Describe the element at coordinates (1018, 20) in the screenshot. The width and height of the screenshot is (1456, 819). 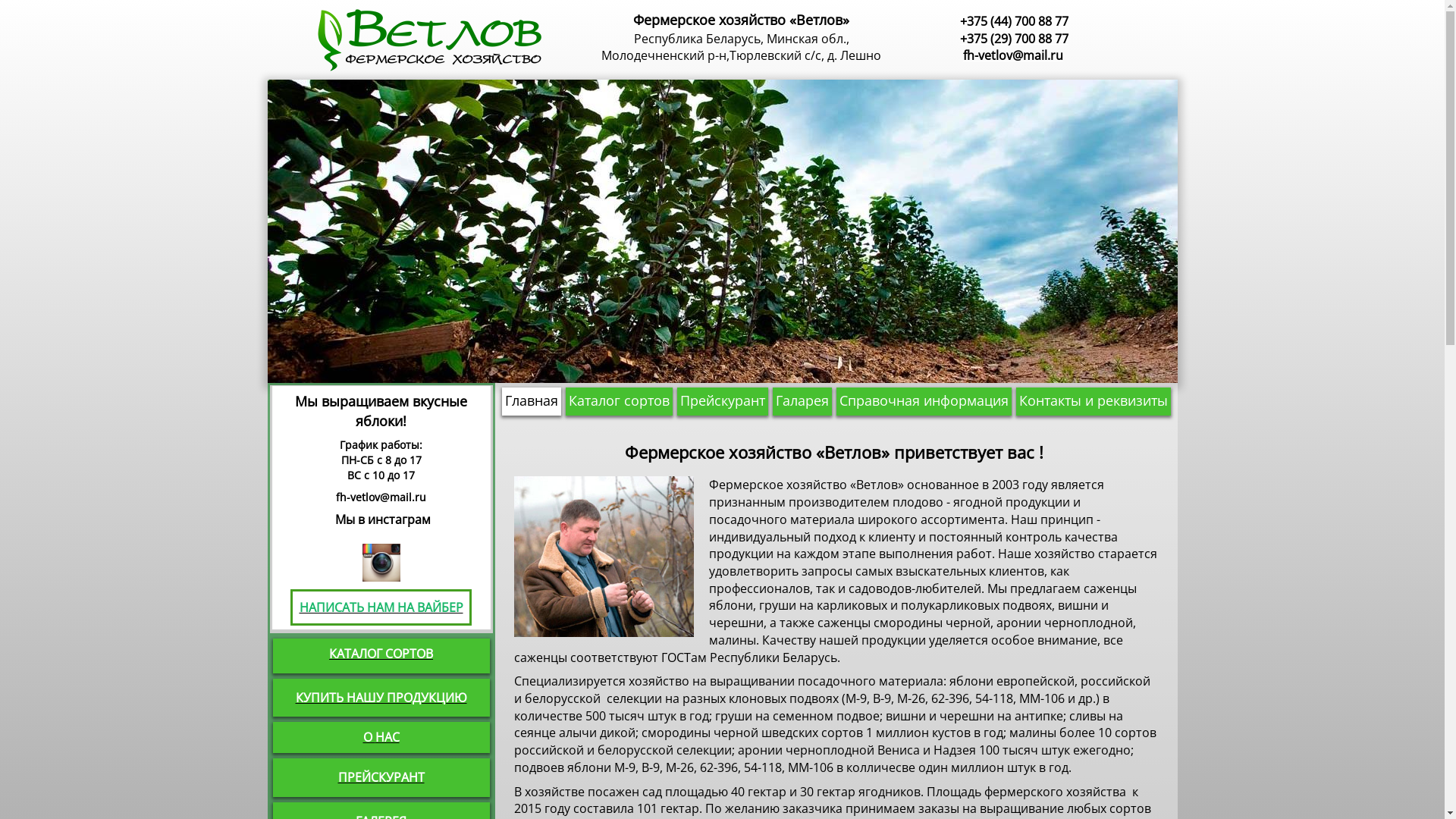
I see `'375 (44) 700 88 77'` at that location.